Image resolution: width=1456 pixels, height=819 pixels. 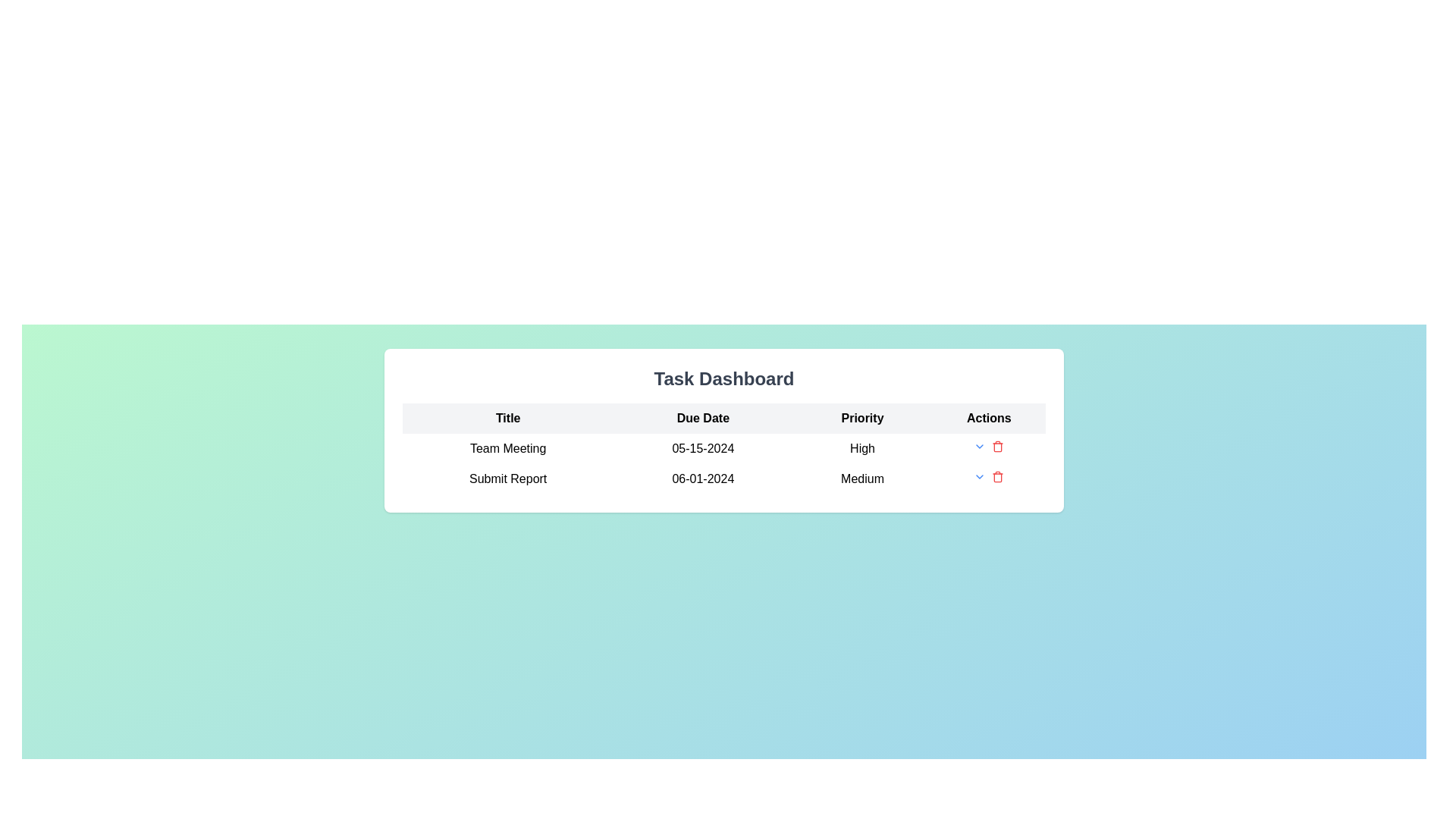 I want to click on keyboard navigation, so click(x=980, y=446).